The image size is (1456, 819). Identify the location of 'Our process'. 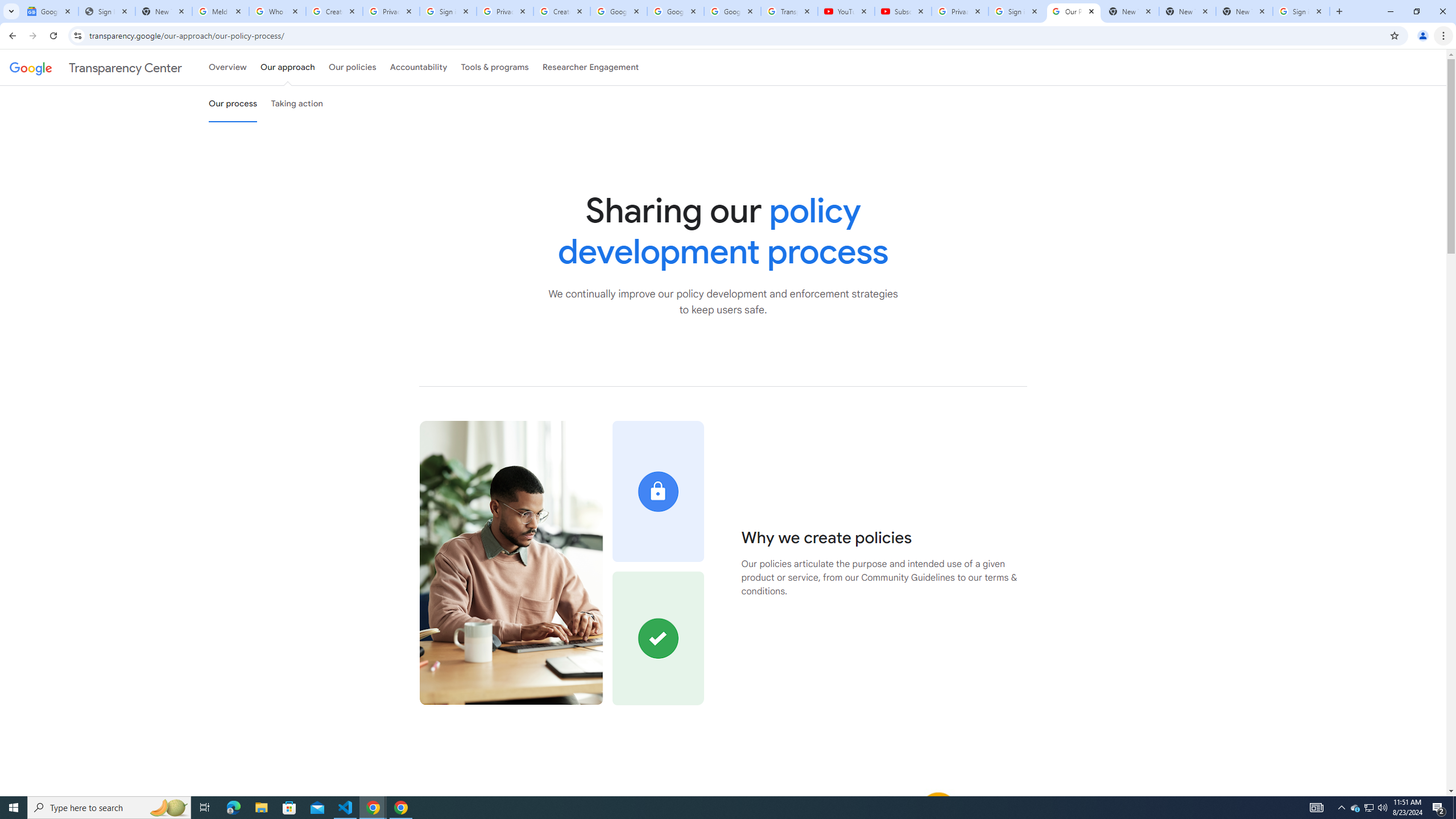
(232, 103).